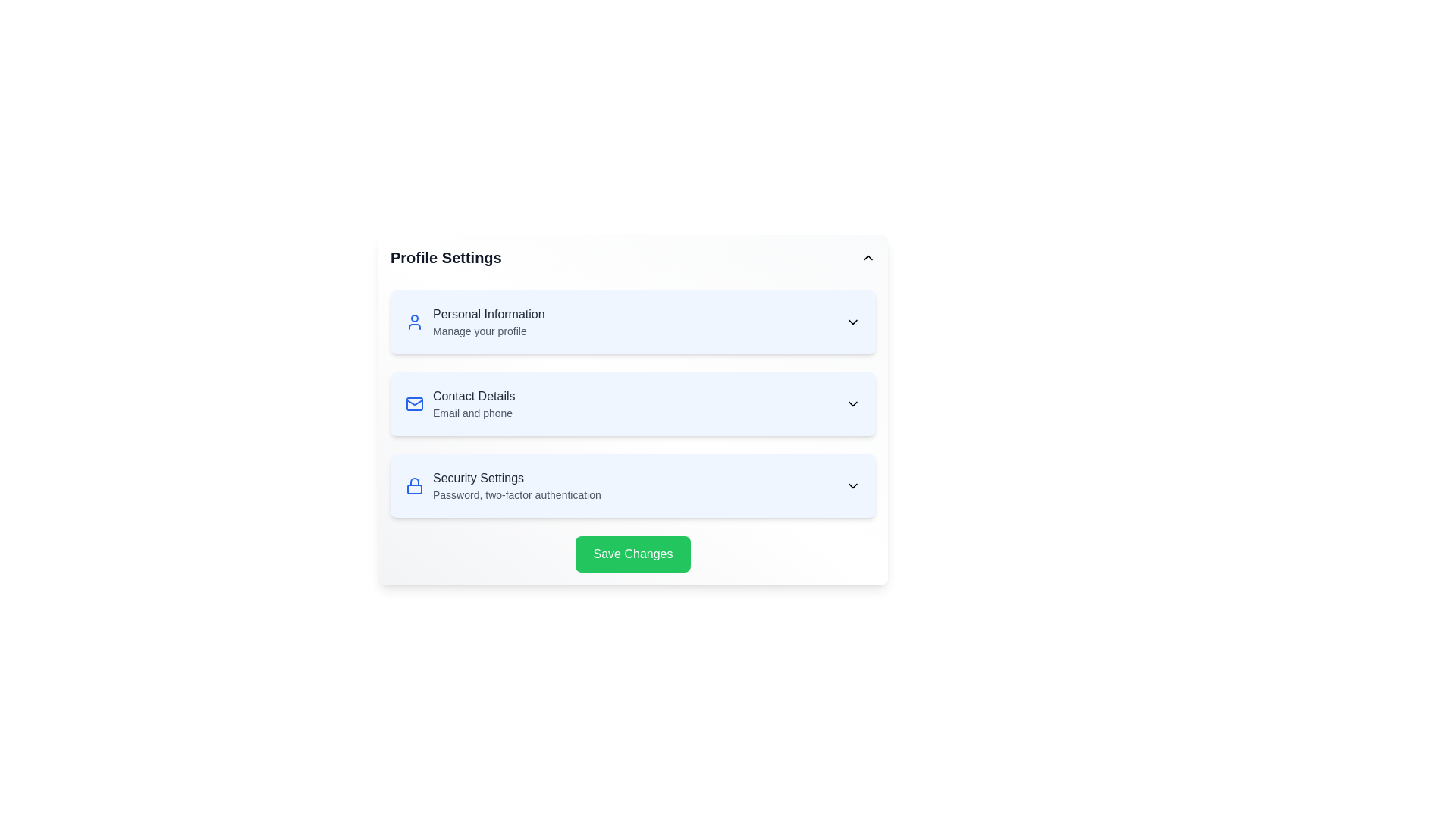  Describe the element at coordinates (633, 554) in the screenshot. I see `the save button that is located below the sections 'Security Settings', 'Contact Details', and 'Personal Information'` at that location.